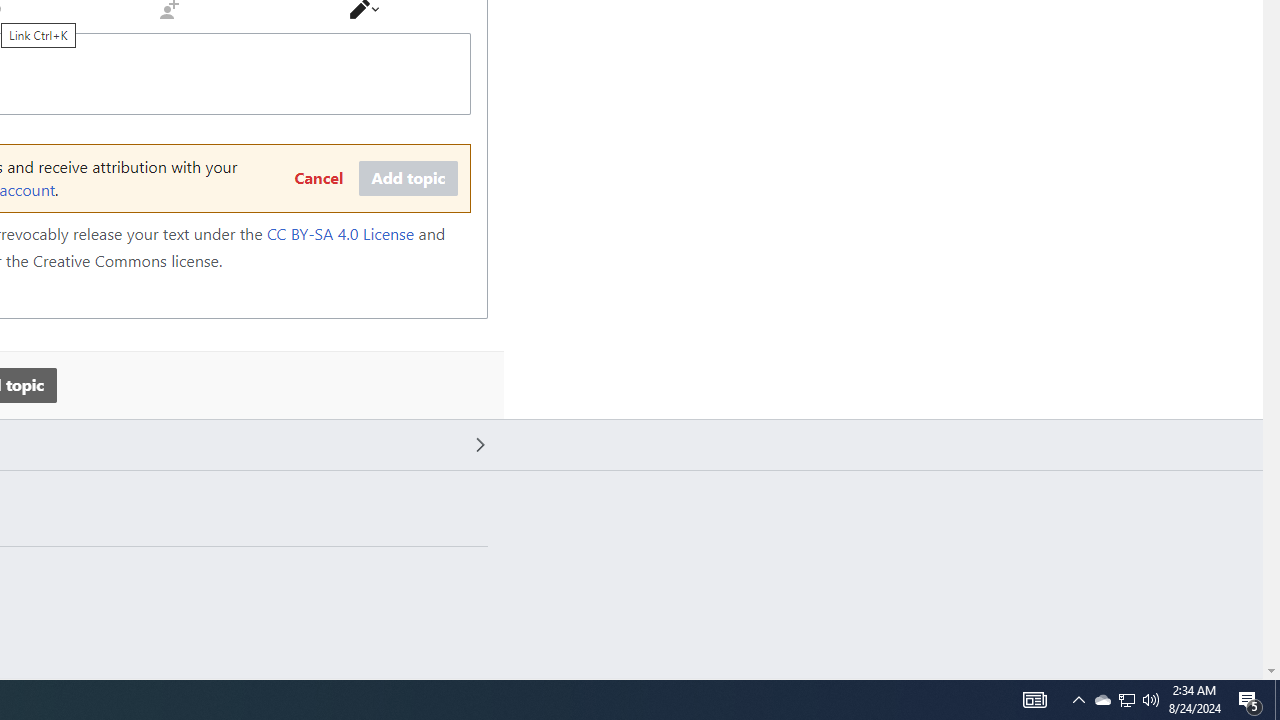 The image size is (1280, 720). Describe the element at coordinates (407, 178) in the screenshot. I see `'Add topic'` at that location.